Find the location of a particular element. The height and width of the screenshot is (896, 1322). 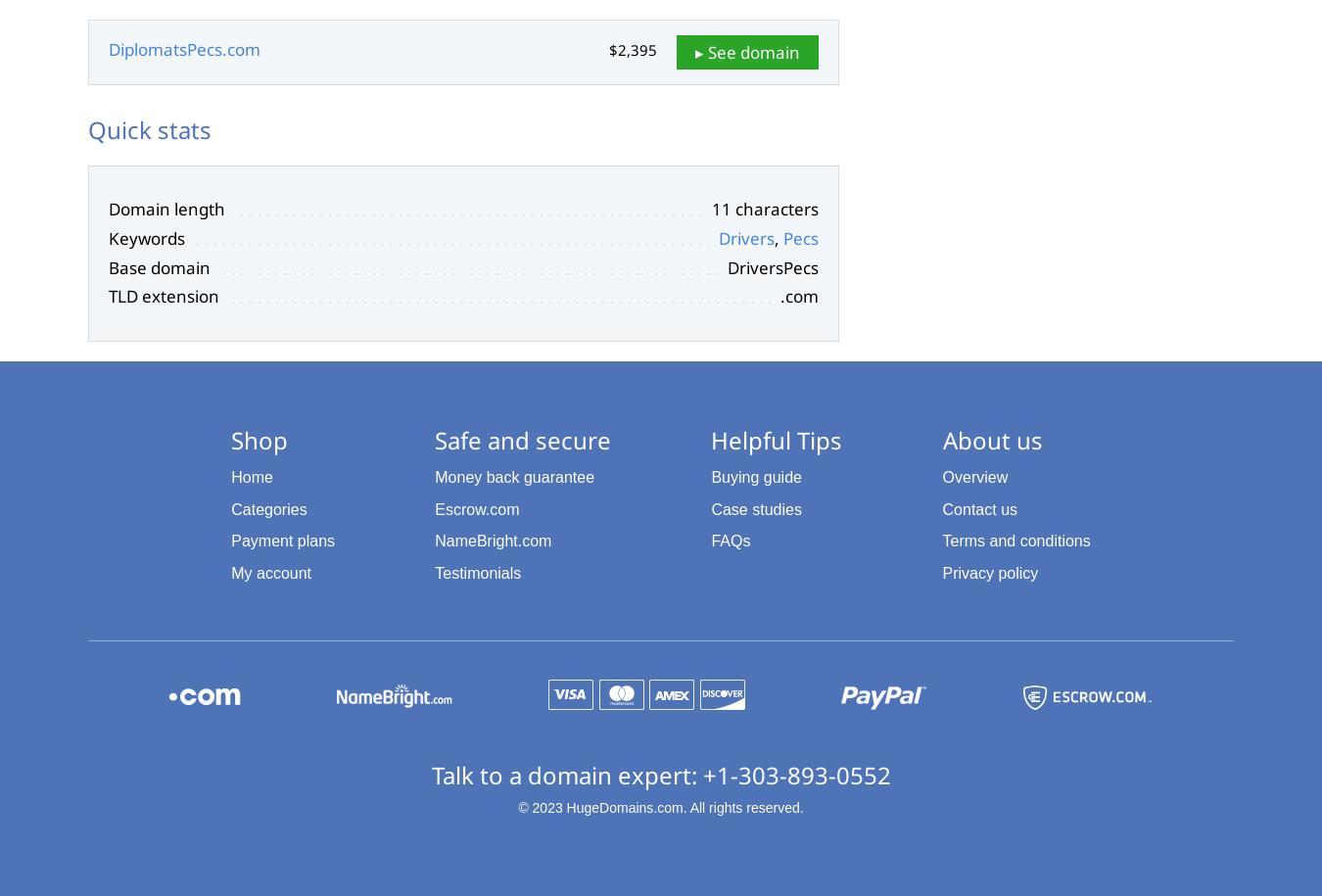

'+1-303-893-0552' is located at coordinates (700, 773).